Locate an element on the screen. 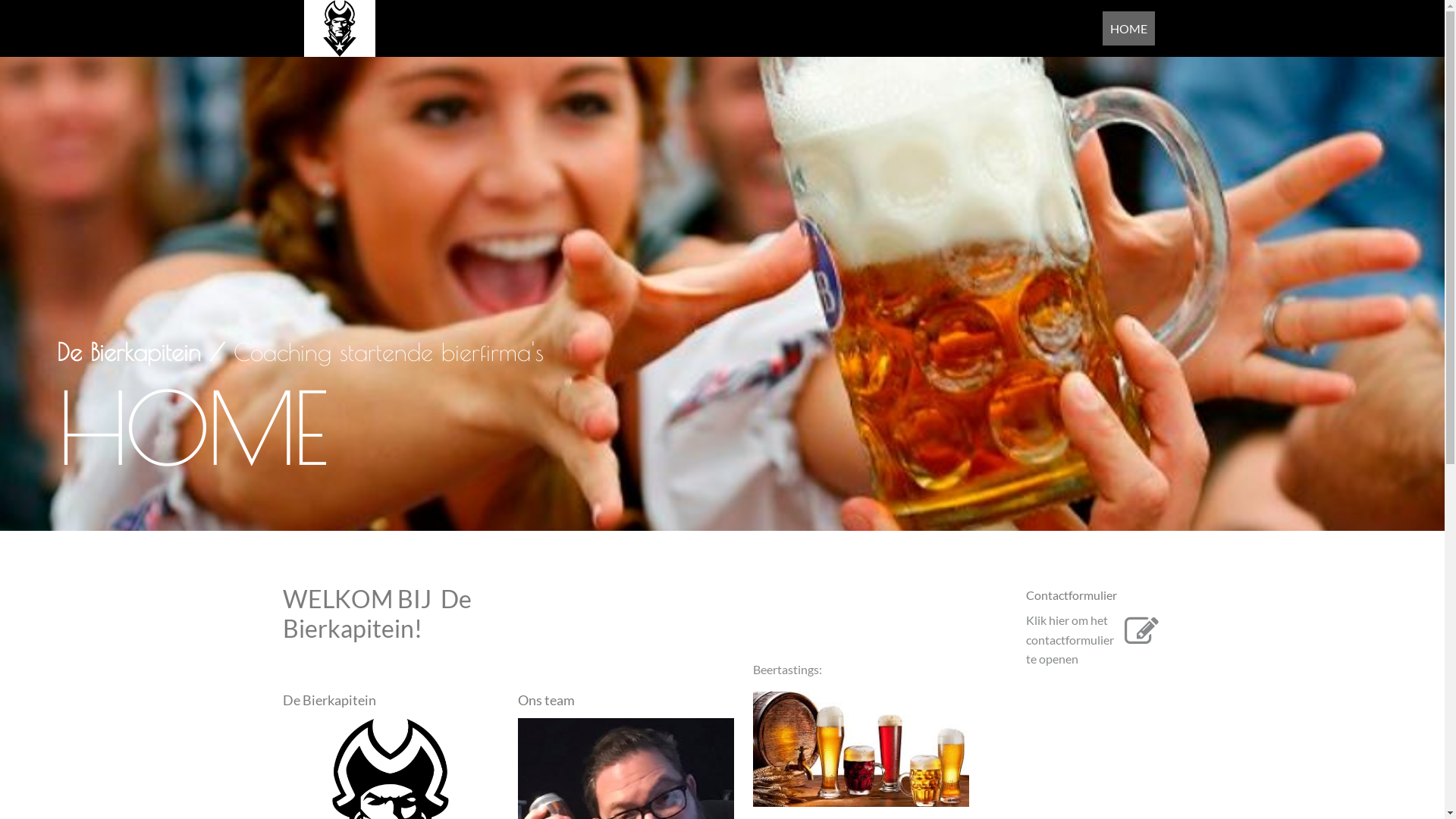  ' ' is located at coordinates (337, 27).